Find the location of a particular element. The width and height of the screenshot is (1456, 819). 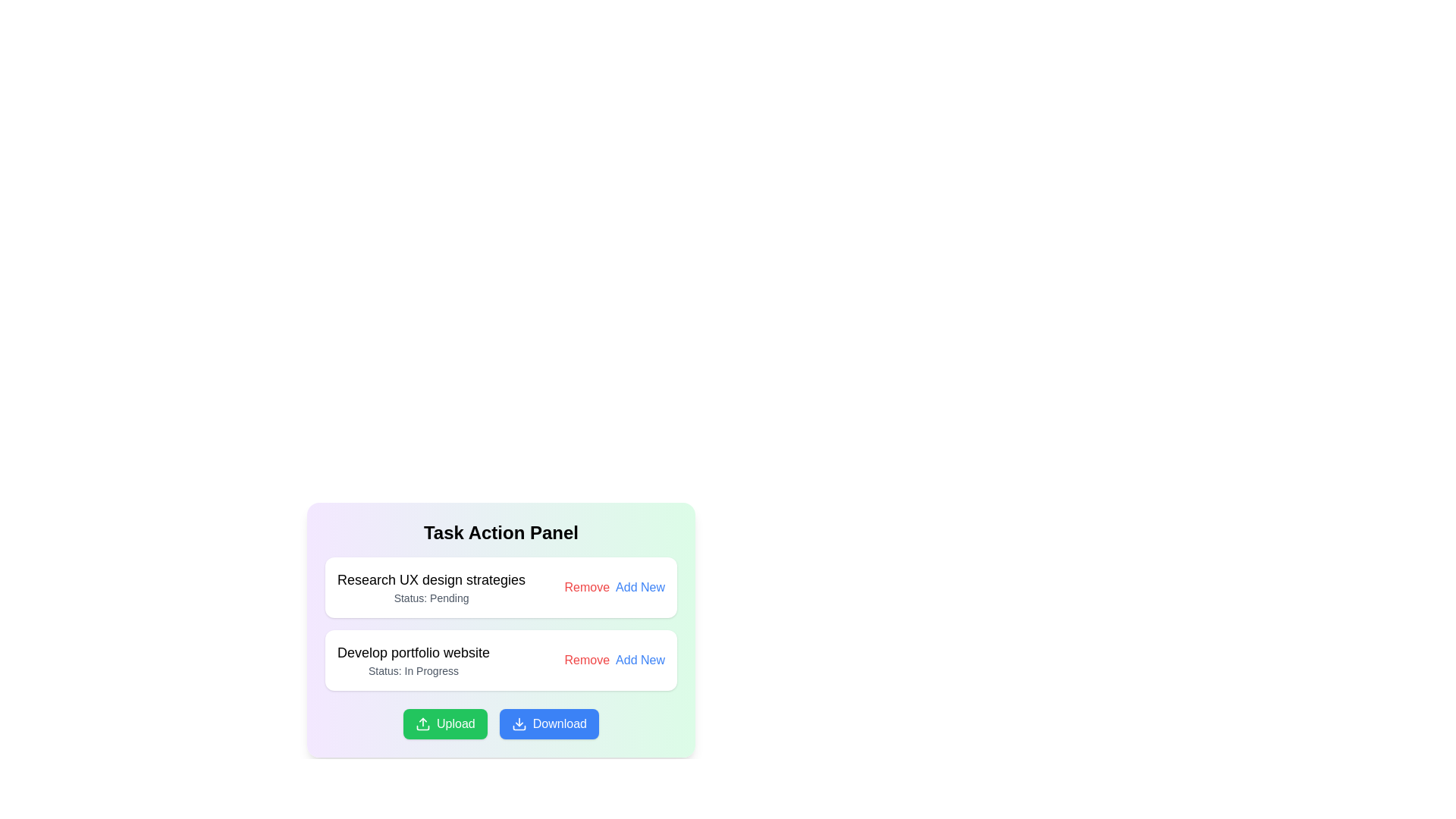

the 'Download' button located at the bottom of the 'Task Action Panel', which is part of a composite element containing two interactive buttons is located at coordinates (501, 723).